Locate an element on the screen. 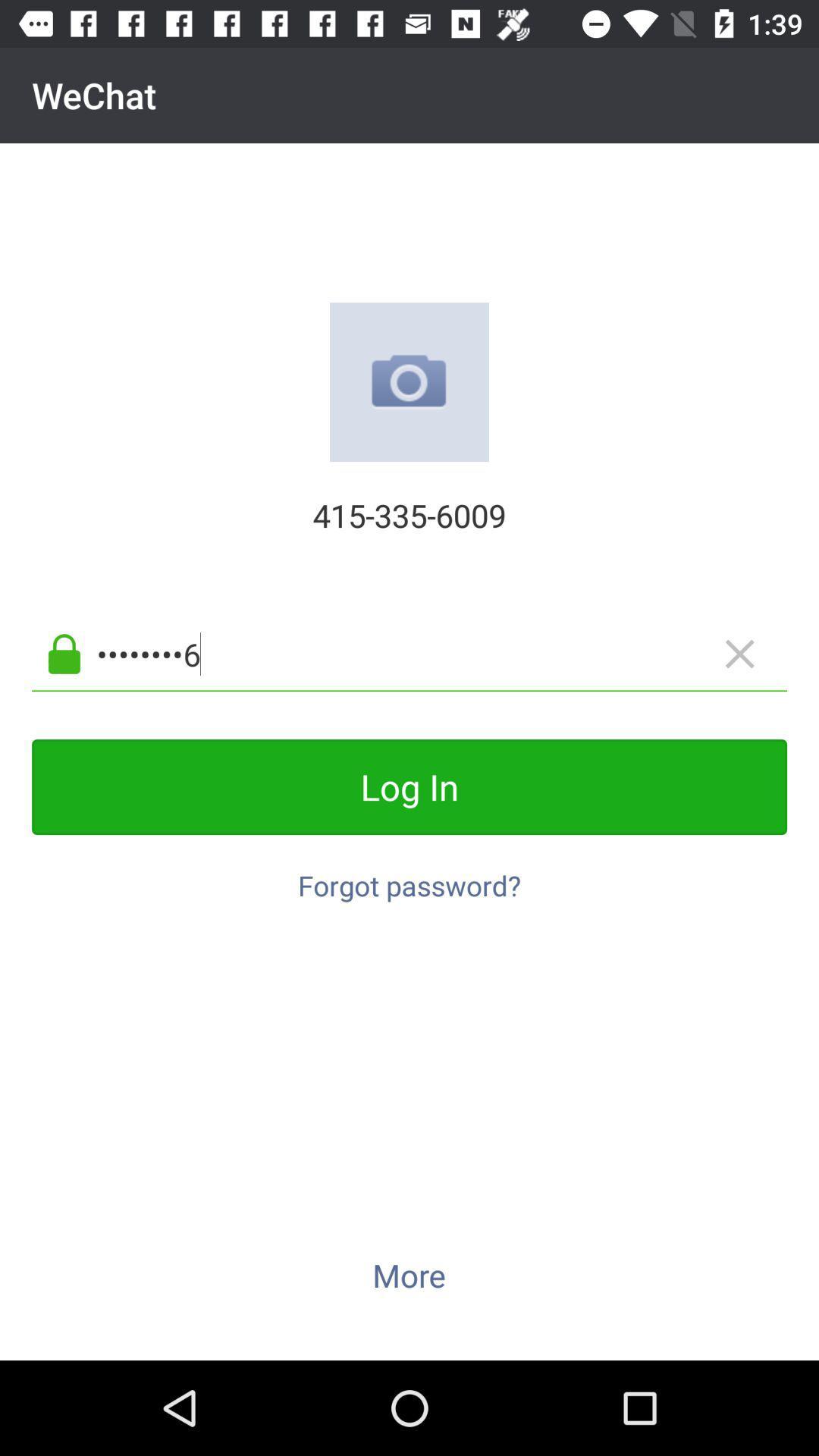 The height and width of the screenshot is (1456, 819). the forgot password? item is located at coordinates (409, 877).